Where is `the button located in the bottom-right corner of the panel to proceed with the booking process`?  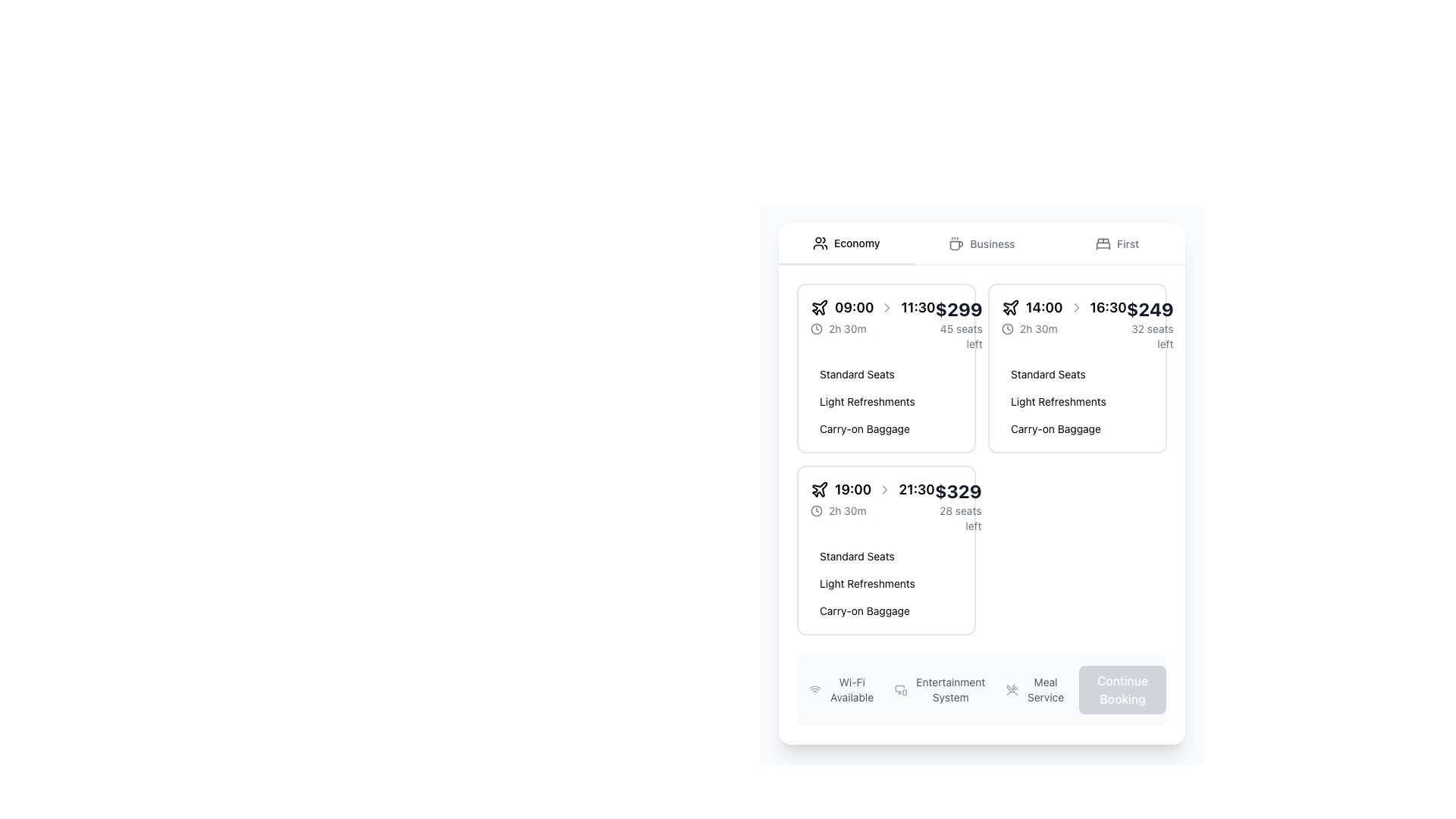 the button located in the bottom-right corner of the panel to proceed with the booking process is located at coordinates (1122, 690).